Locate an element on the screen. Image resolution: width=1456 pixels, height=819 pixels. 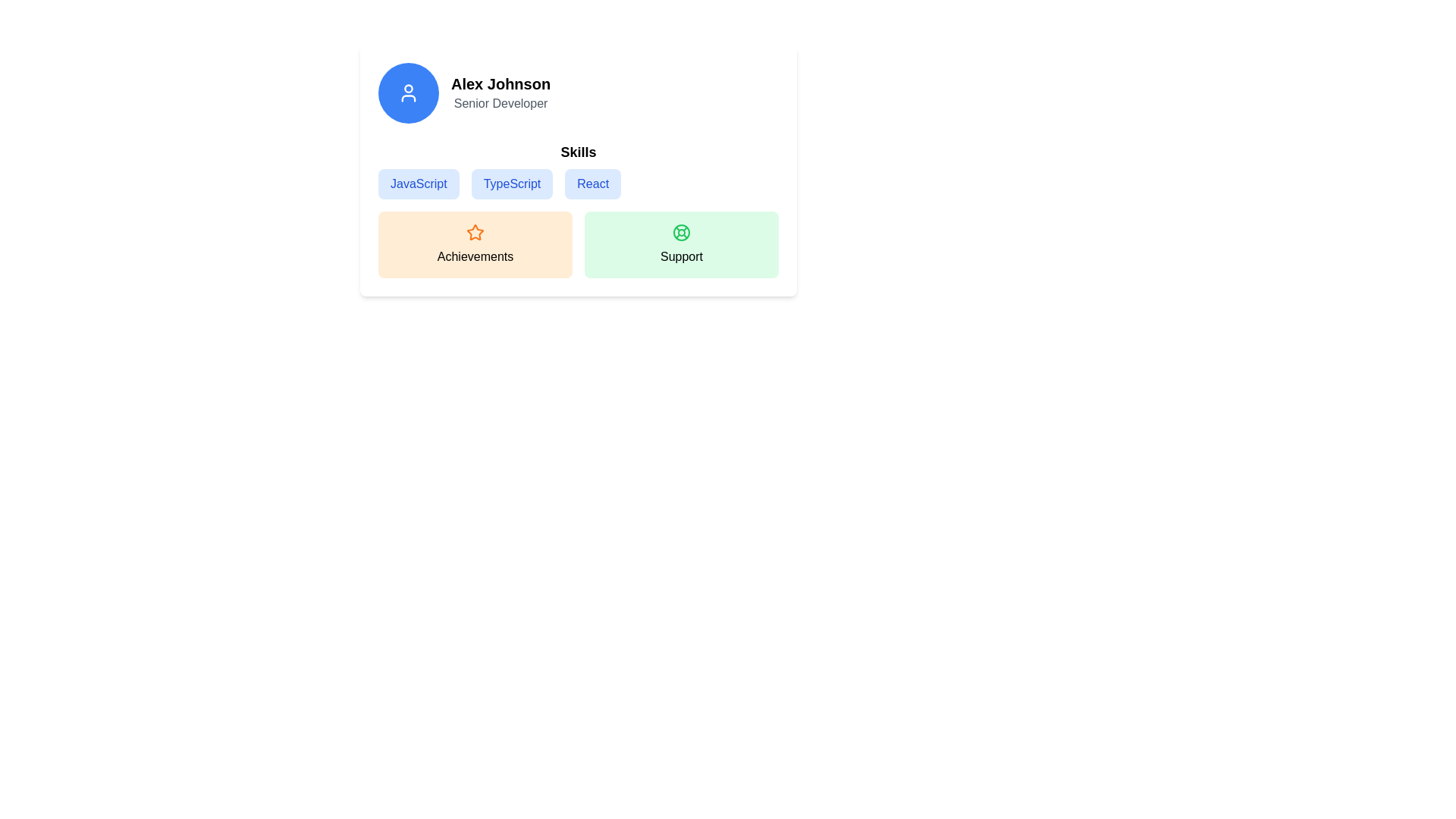
the static text label that denotes the section for skills, located directly below the 'Alex Johnson Senior Developer' header is located at coordinates (578, 152).